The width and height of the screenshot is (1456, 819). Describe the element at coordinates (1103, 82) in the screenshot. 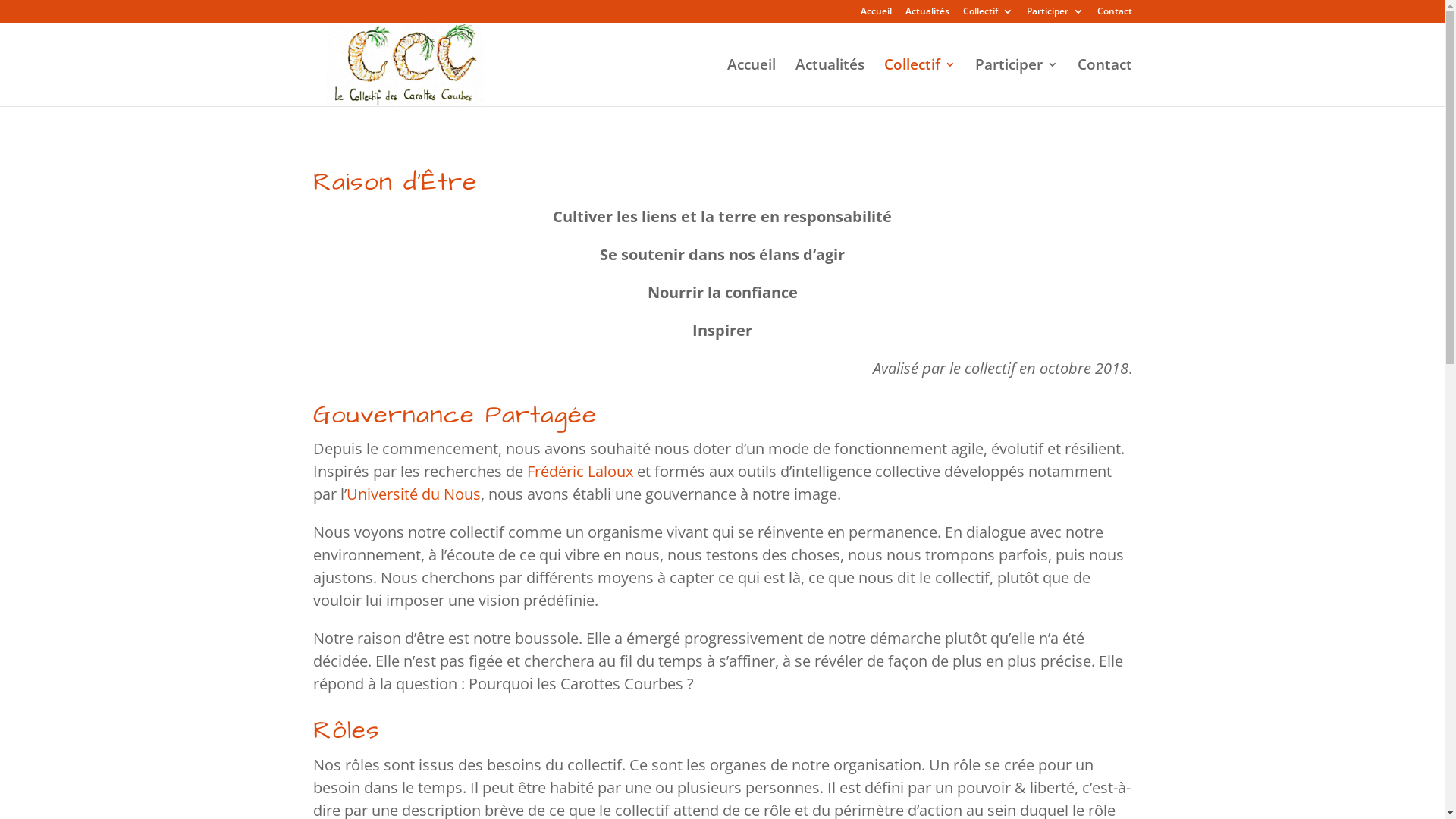

I see `'Contact'` at that location.